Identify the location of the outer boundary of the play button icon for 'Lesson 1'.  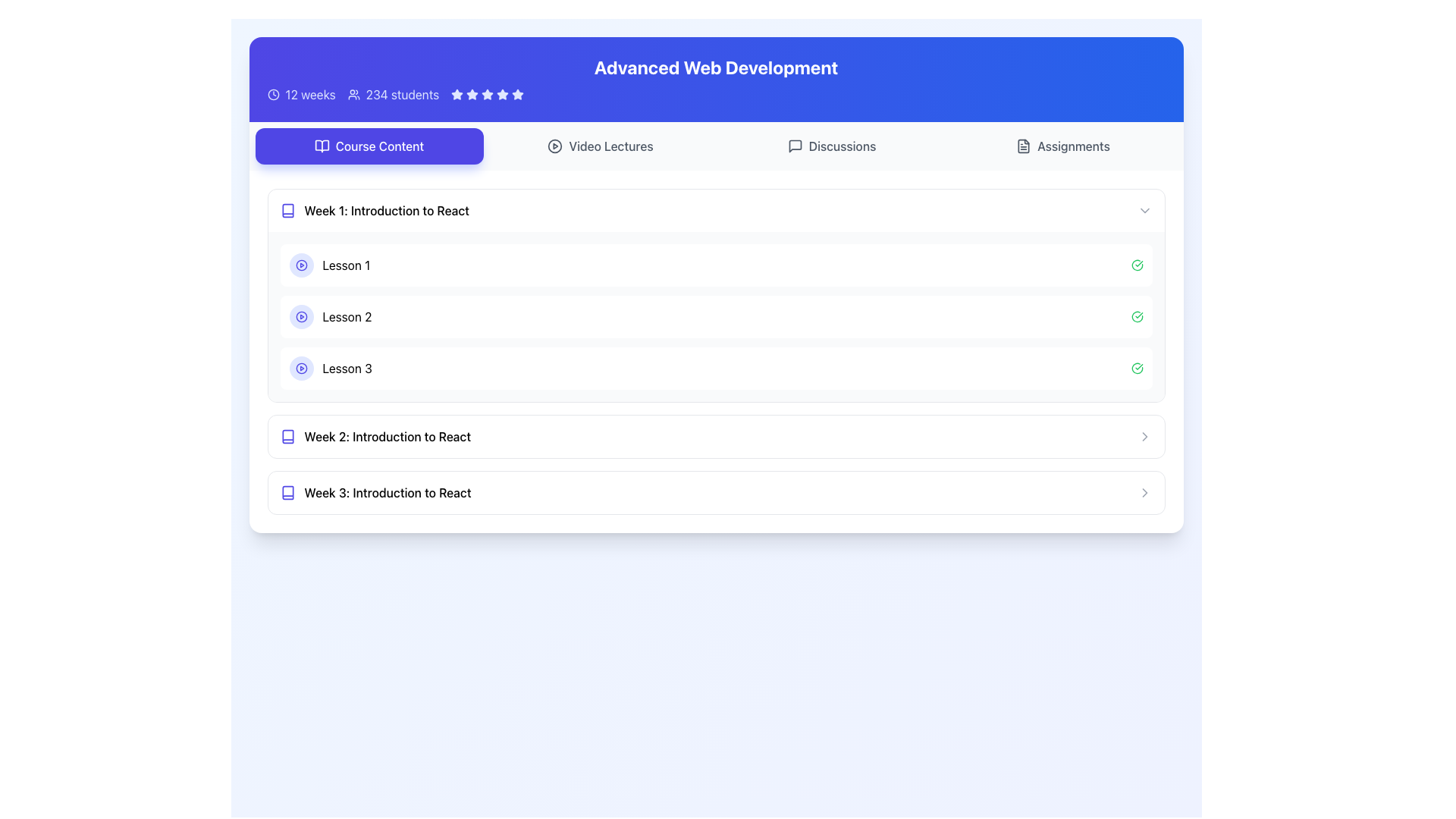
(554, 146).